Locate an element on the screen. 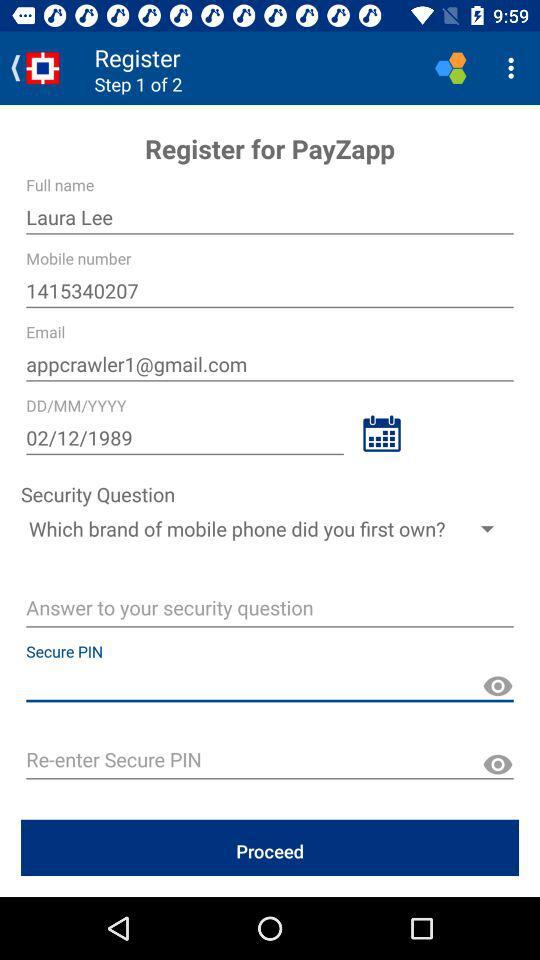  the date_range icon is located at coordinates (381, 433).